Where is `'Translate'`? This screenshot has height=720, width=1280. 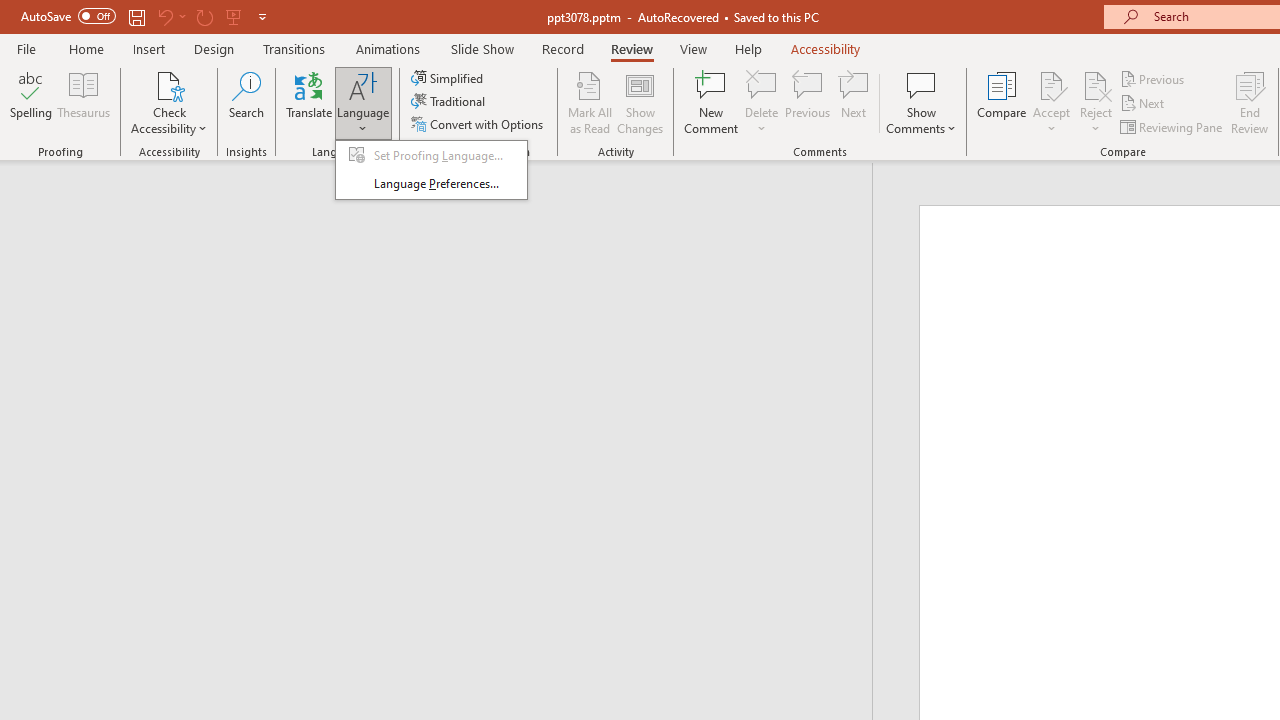 'Translate' is located at coordinates (308, 103).